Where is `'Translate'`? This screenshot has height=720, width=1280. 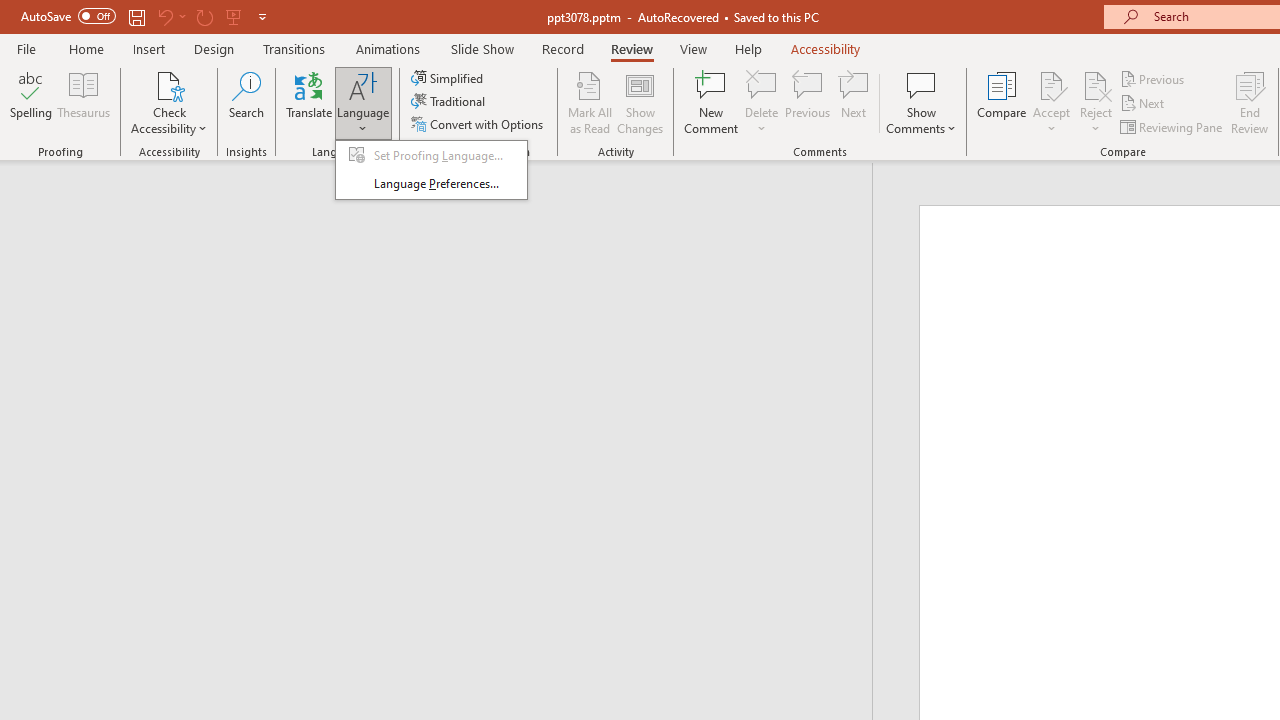 'Translate' is located at coordinates (308, 103).